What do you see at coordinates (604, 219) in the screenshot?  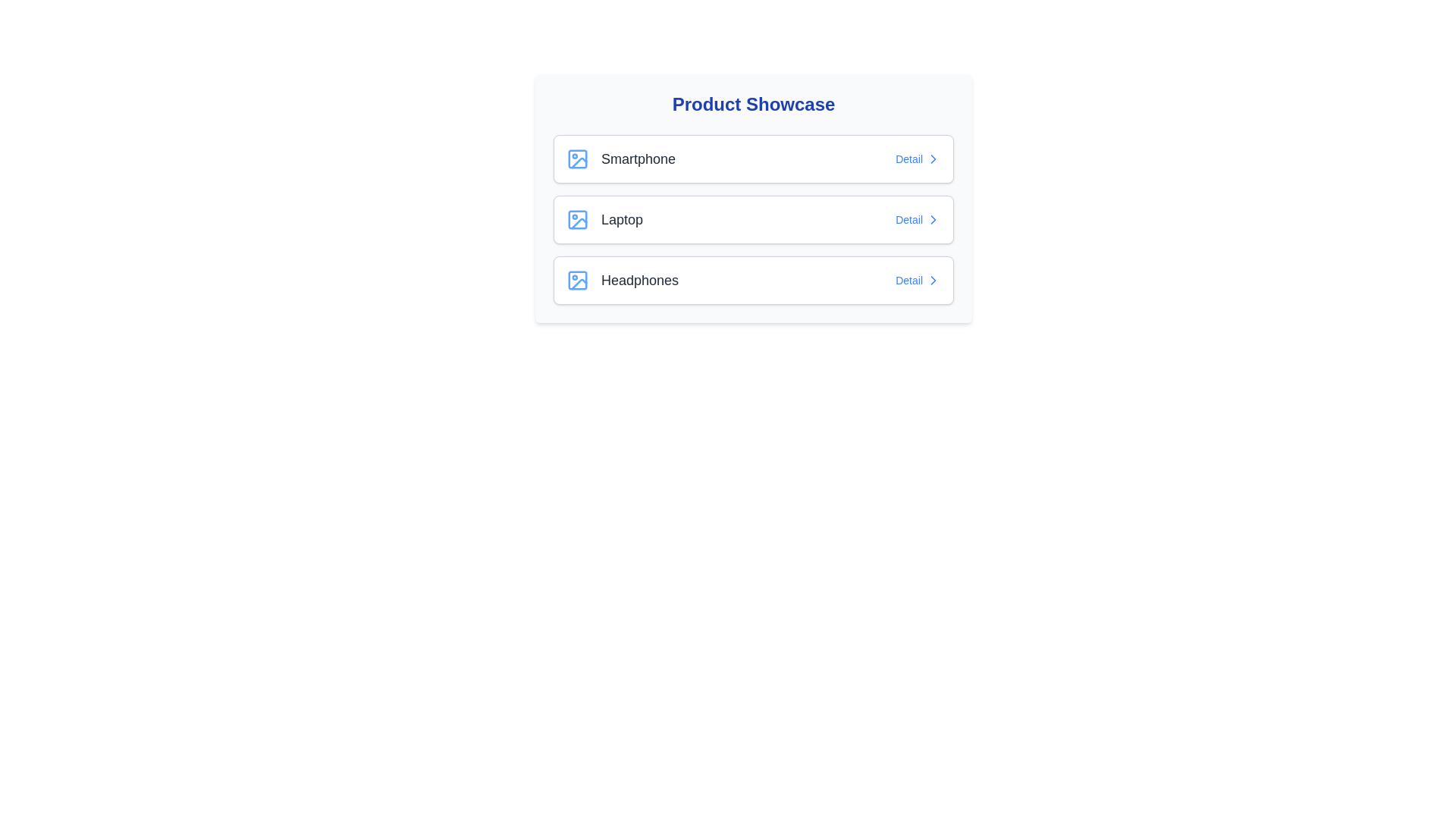 I see `the text description of the product Laptop for copying` at bounding box center [604, 219].